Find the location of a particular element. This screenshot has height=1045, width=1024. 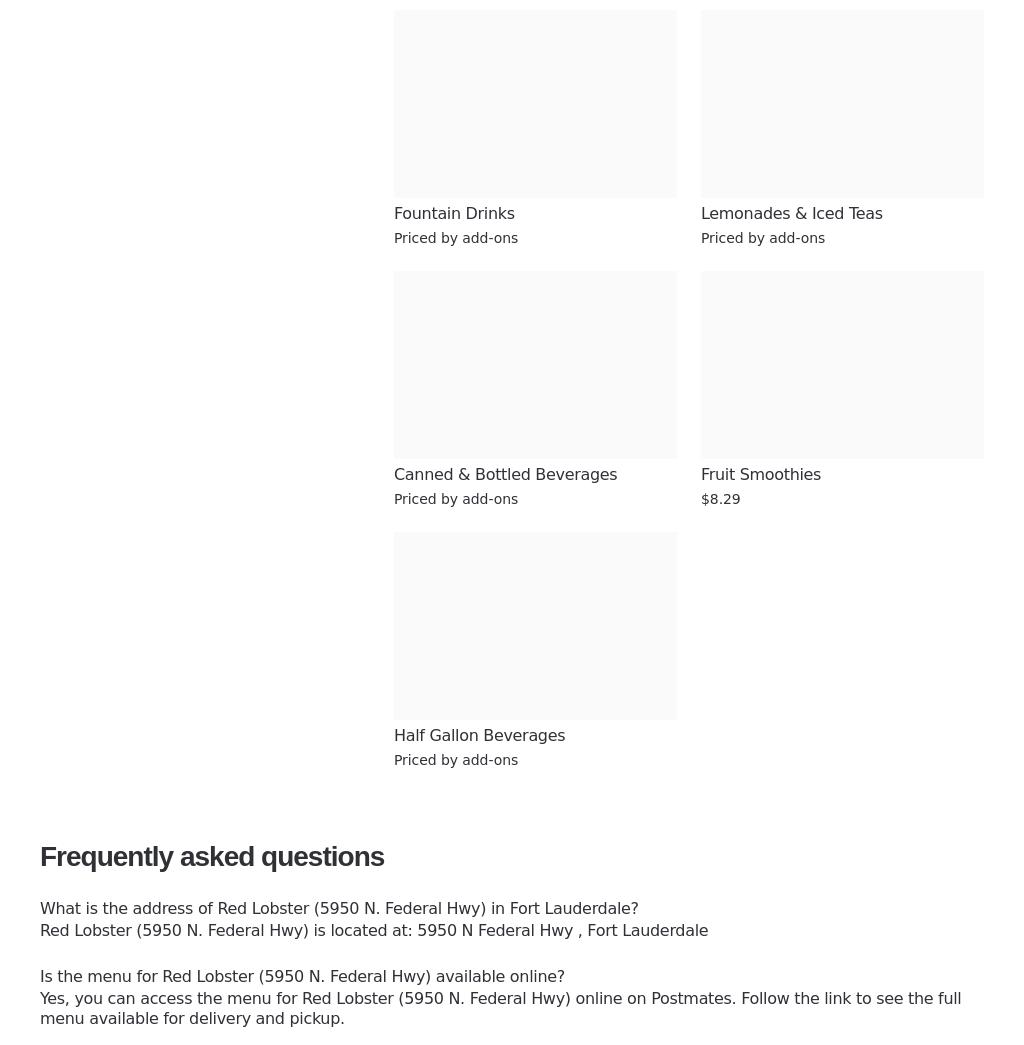

'Yes, you can access the menu for Red Lobster (5950 N. Federal Hwy) online on Postmates. Follow the link to see the full menu available for delivery and pickup.' is located at coordinates (40, 1008).